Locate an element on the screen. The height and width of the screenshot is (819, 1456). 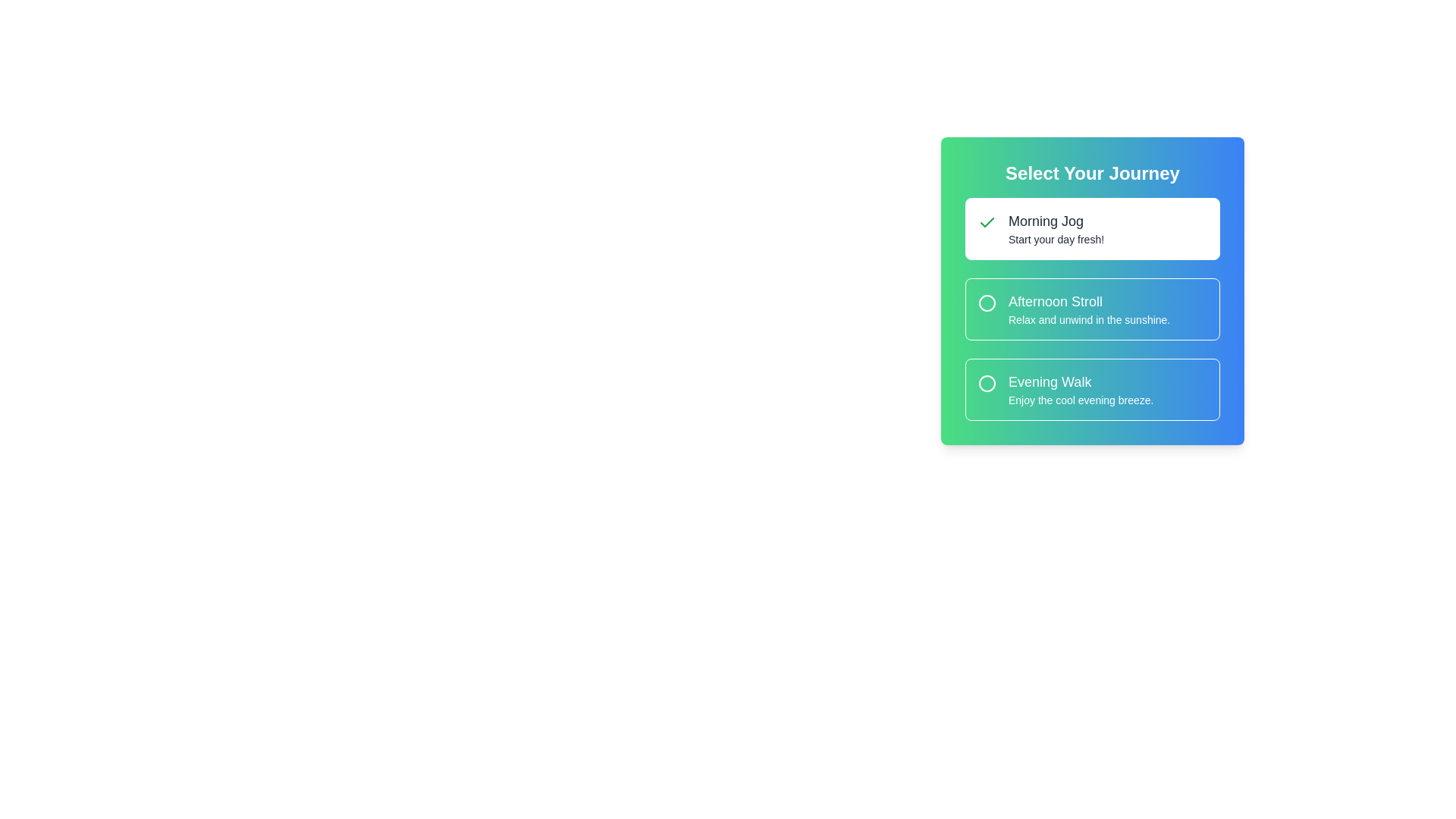
the icon that indicates the 'Morning Jog' option has been selected, located at the top-left of the selection card is located at coordinates (987, 222).